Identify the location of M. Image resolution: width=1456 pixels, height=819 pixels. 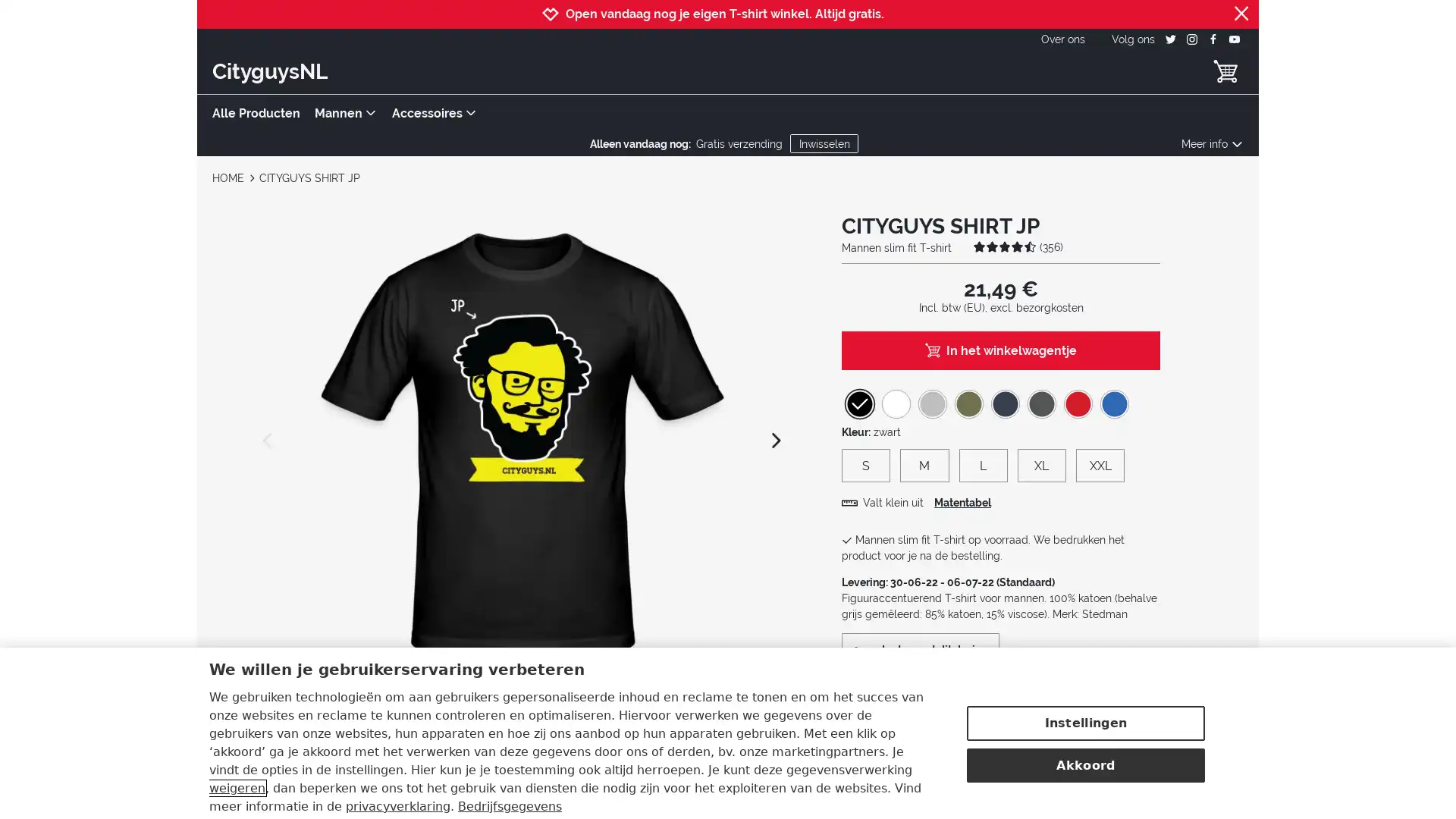
(924, 464).